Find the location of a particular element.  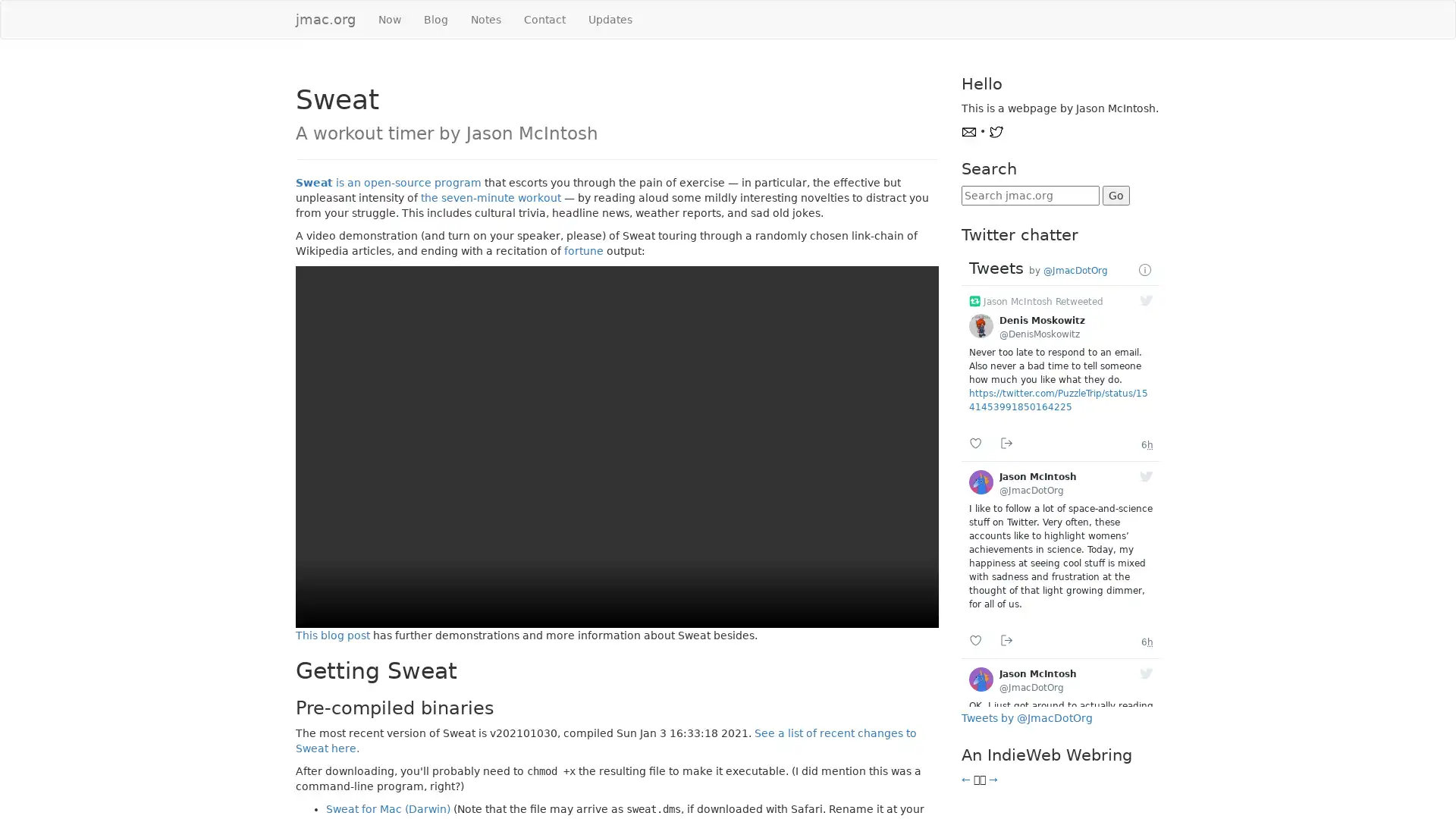

show more media controls is located at coordinates (919, 590).